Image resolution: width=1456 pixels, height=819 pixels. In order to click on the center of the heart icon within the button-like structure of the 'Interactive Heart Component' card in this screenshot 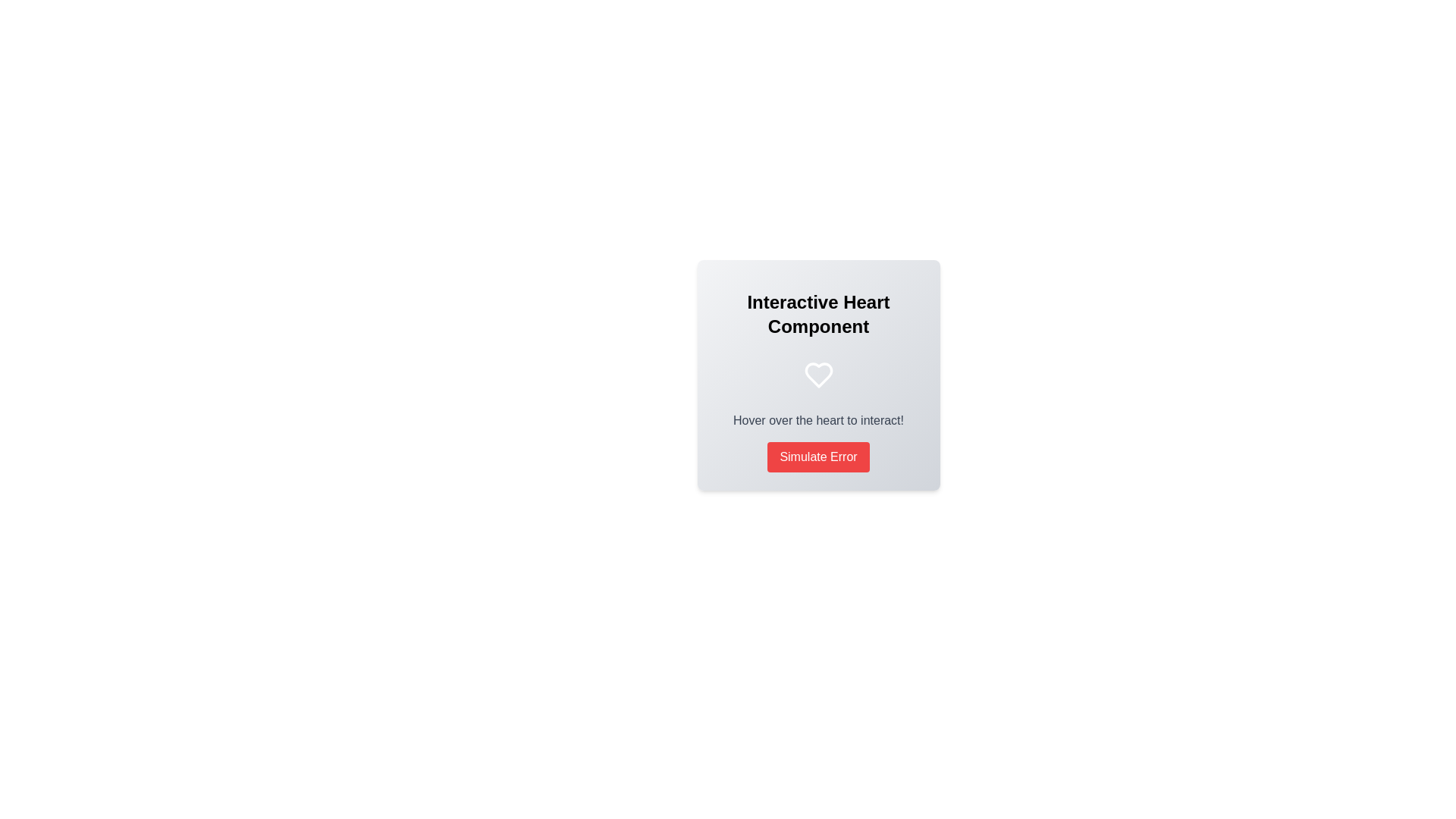, I will do `click(817, 375)`.